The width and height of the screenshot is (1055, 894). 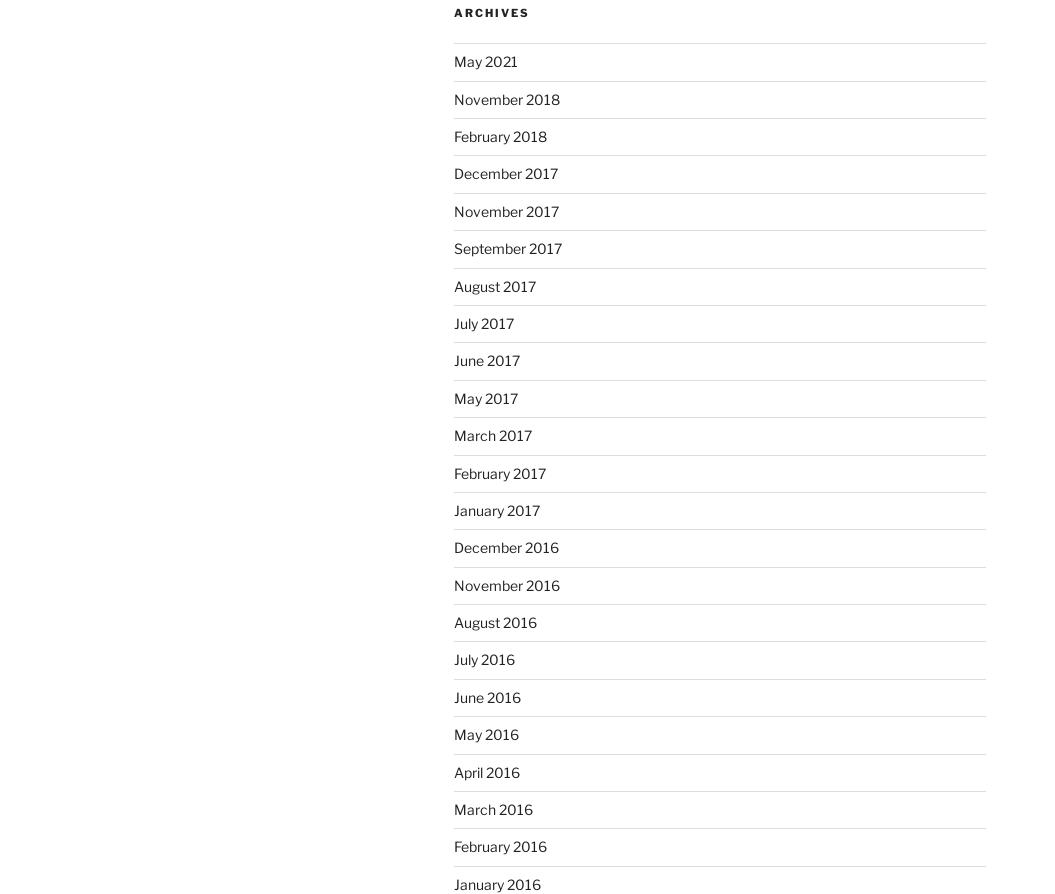 I want to click on 'Archives', so click(x=452, y=11).